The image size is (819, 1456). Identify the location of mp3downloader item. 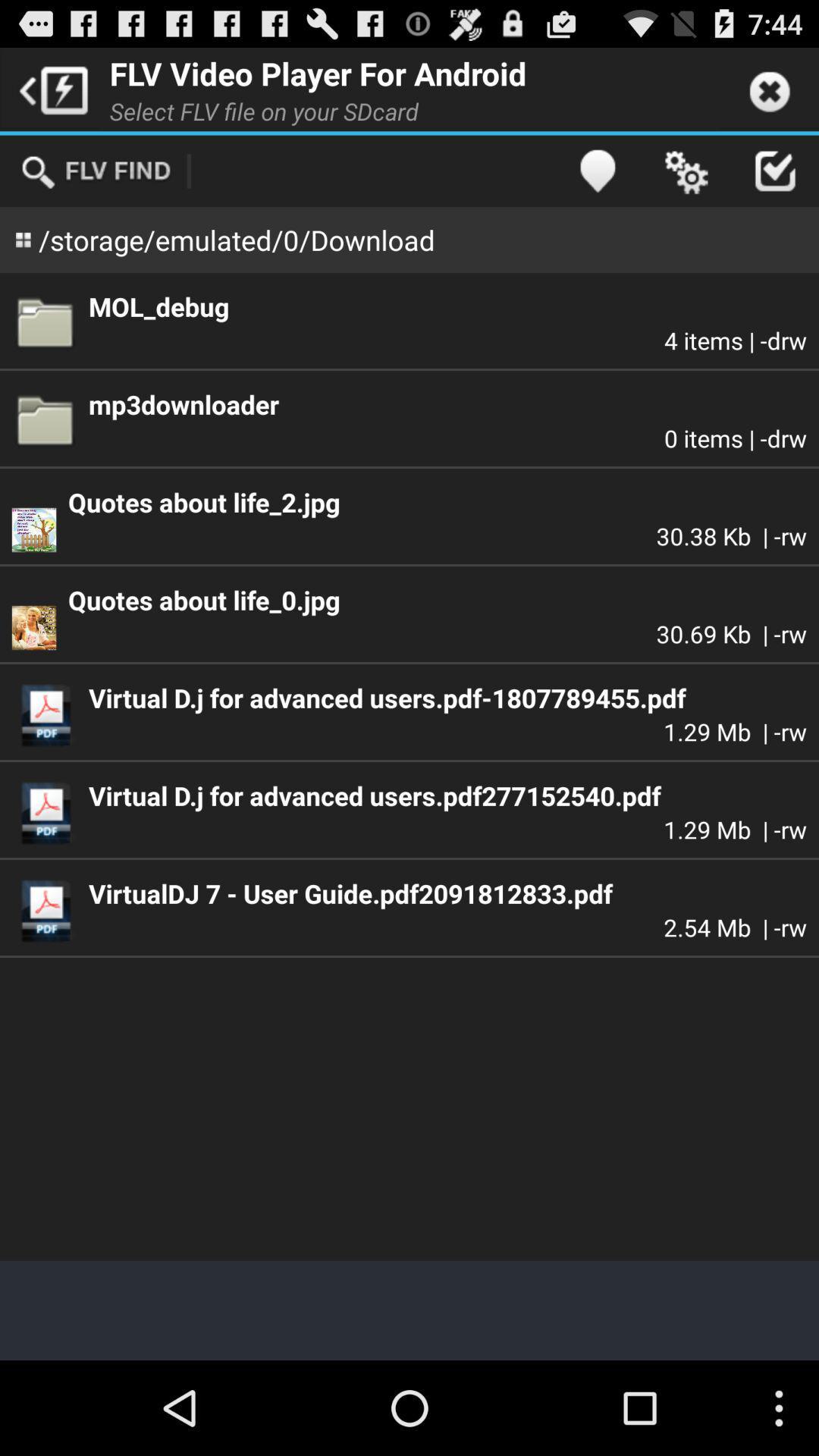
(447, 404).